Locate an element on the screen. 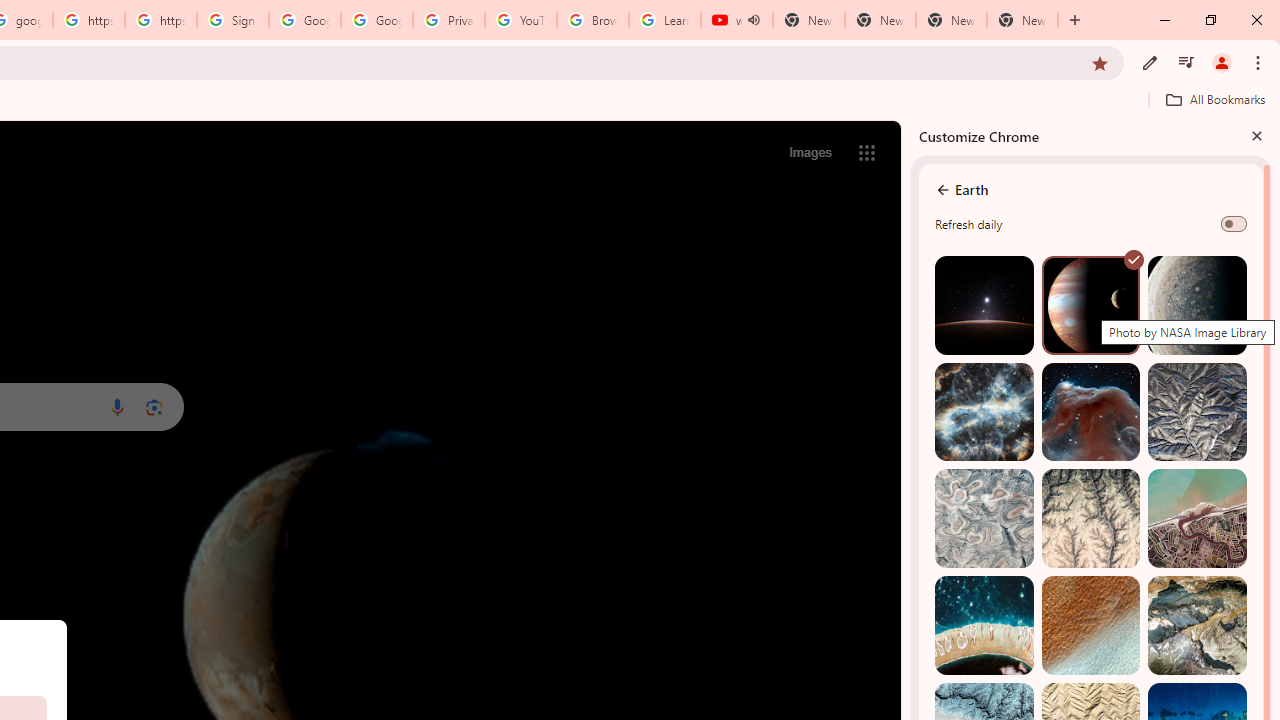  'Mute tab' is located at coordinates (752, 20).